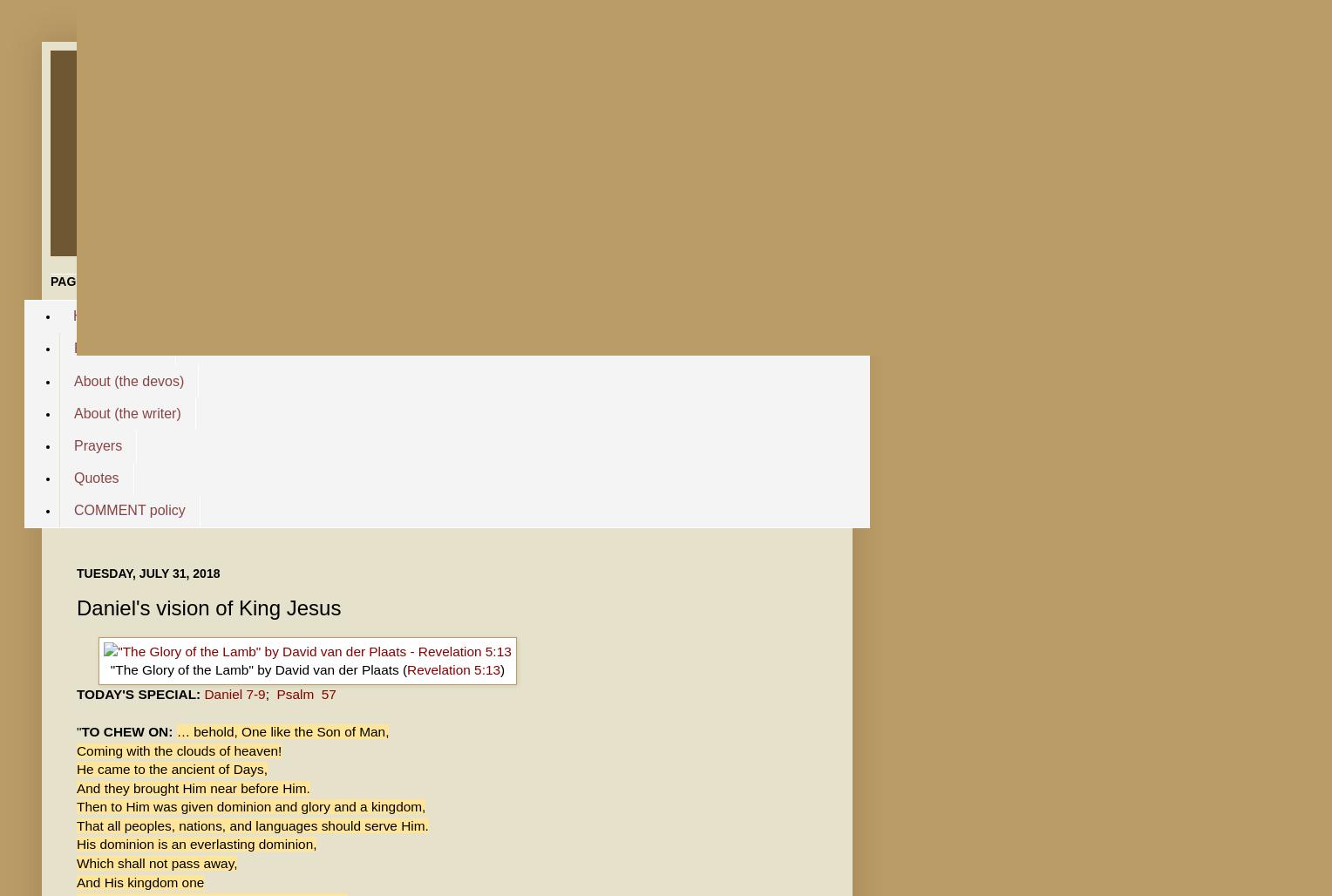 The image size is (1332, 896). I want to click on 'About (the devos)', so click(129, 380).